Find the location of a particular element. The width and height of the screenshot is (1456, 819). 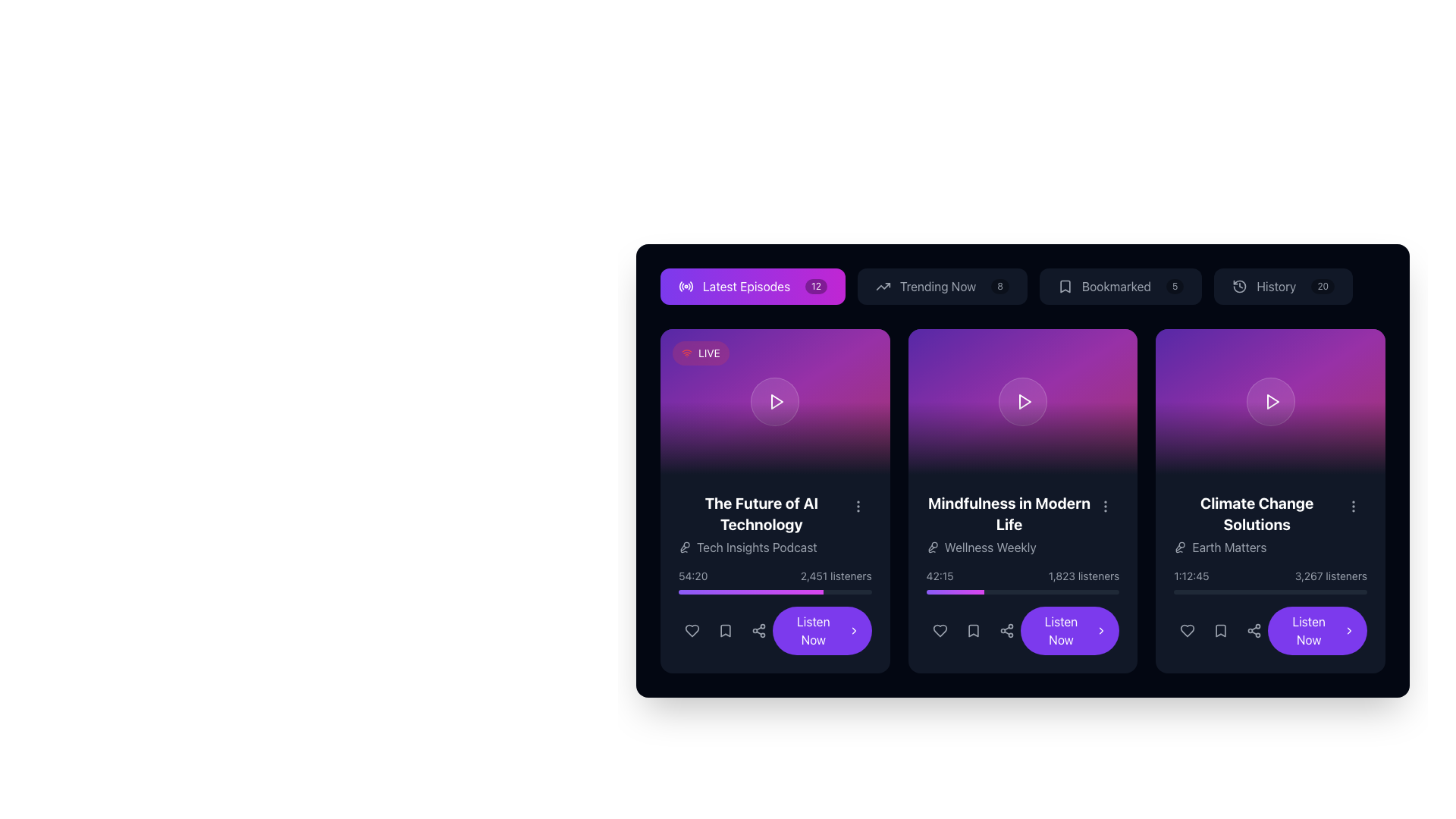

the share button, which is the third icon in the bottom action bar of the third card, located between the bookmark icon and the 'Listen Now' button is located at coordinates (1254, 631).